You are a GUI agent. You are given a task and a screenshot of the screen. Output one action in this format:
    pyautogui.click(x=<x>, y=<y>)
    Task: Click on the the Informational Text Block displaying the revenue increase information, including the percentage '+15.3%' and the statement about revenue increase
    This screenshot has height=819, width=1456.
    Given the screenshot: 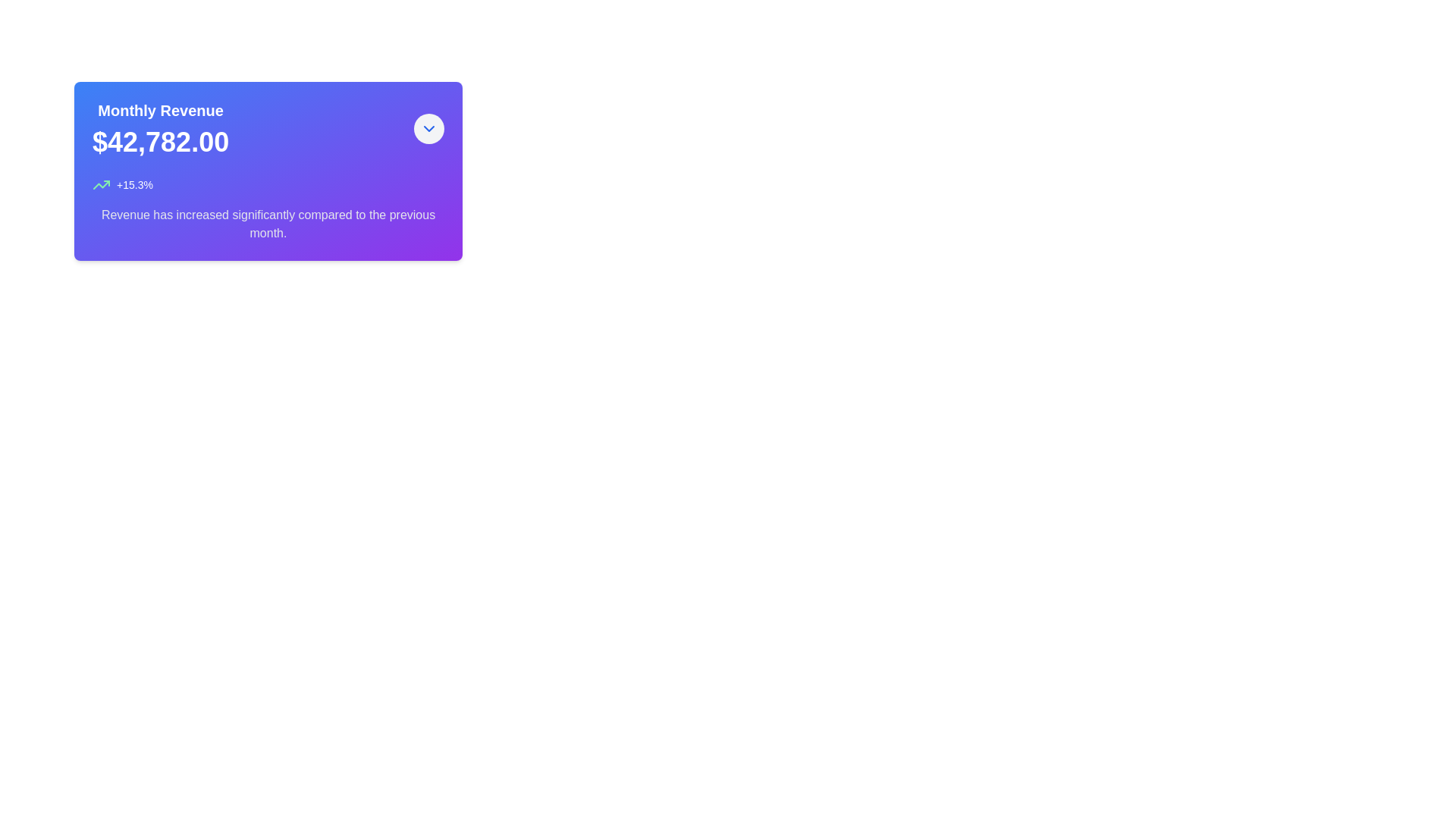 What is the action you would take?
    pyautogui.click(x=268, y=209)
    